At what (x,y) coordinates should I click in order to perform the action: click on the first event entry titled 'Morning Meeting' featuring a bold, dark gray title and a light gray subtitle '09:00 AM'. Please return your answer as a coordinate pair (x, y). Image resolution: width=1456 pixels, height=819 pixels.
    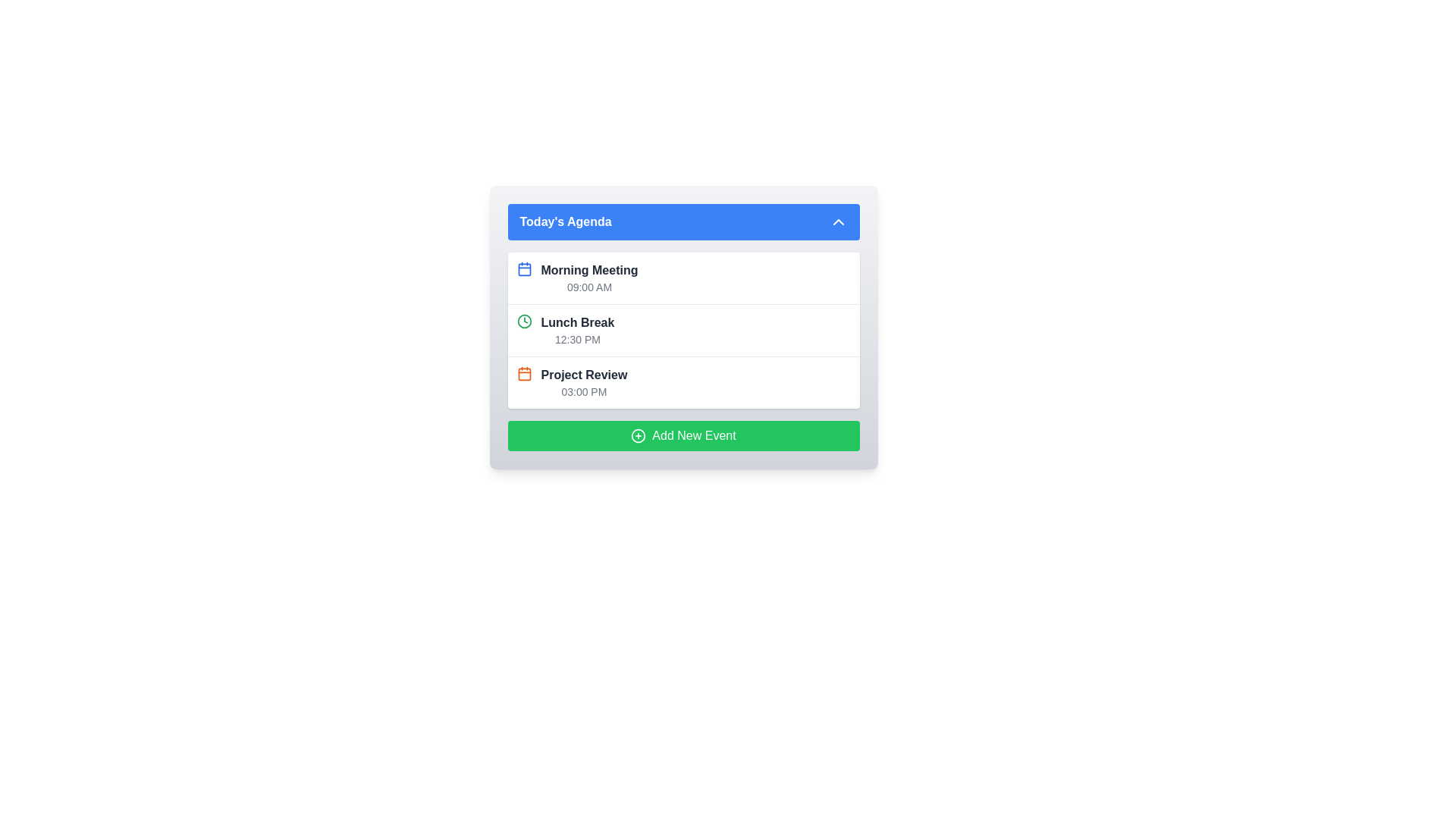
    Looking at the image, I should click on (588, 278).